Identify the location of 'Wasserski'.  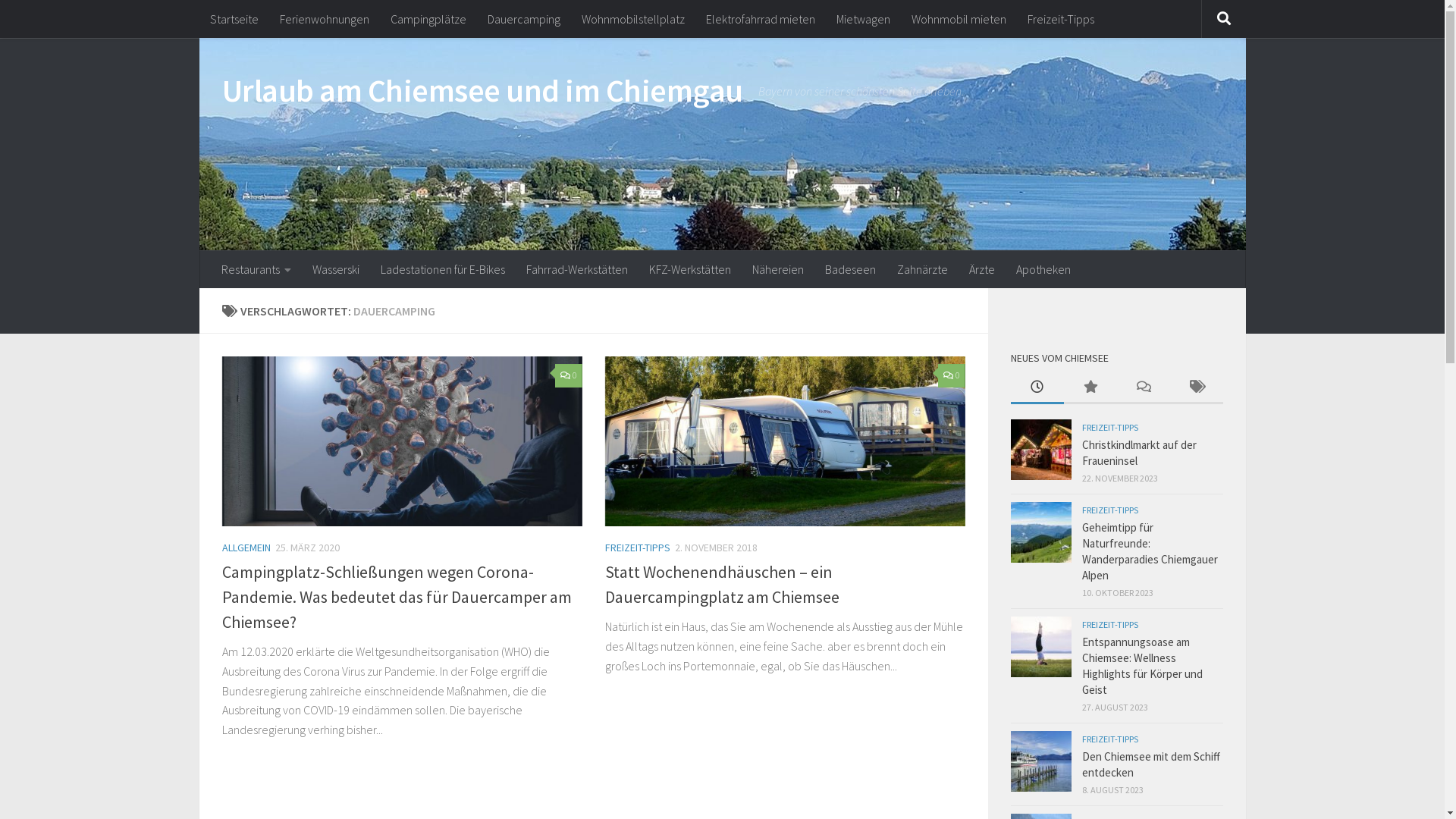
(334, 268).